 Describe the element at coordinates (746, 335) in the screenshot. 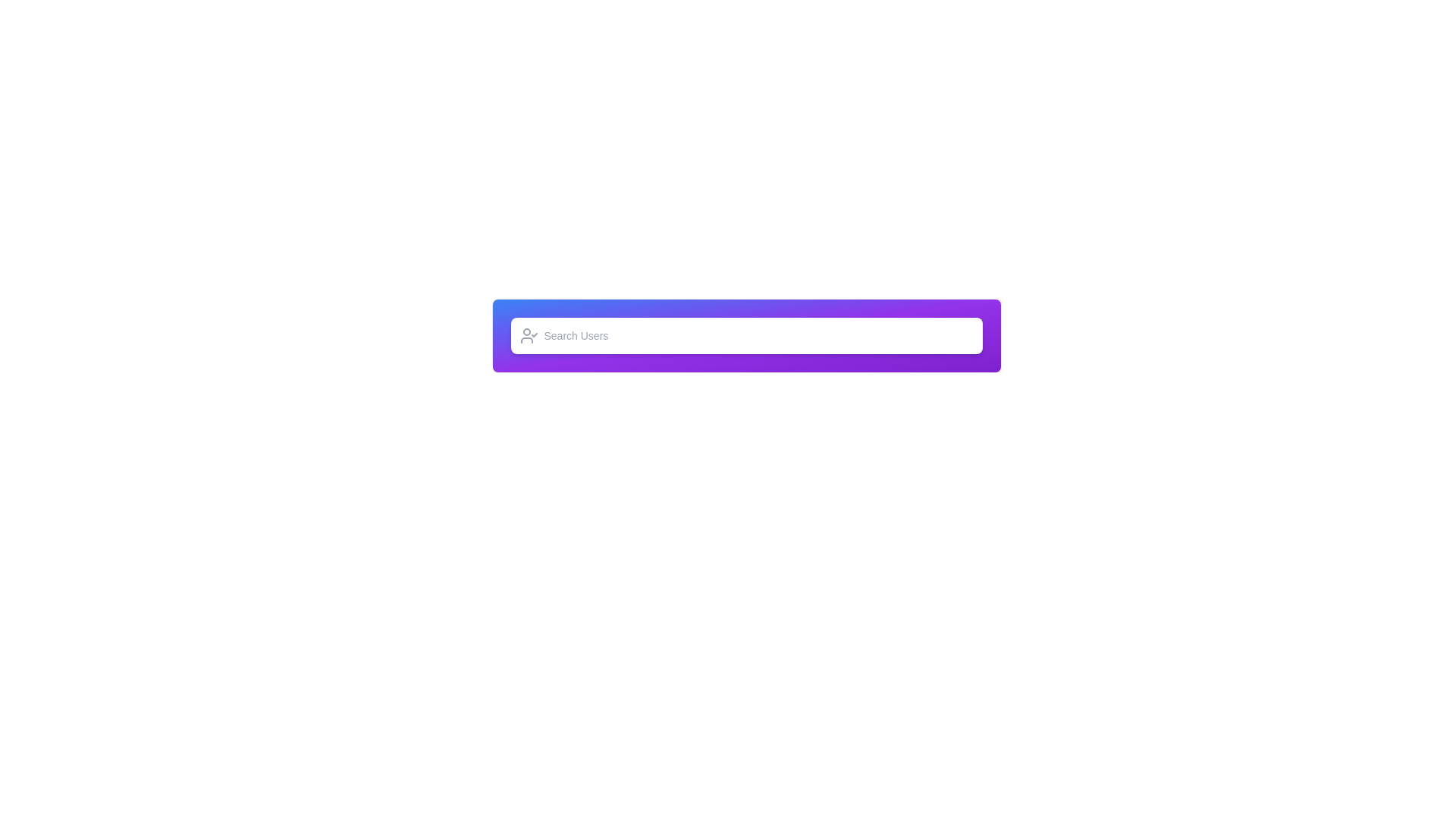

I see `the center of the Search bar with a gradient background to focus the input area` at that location.